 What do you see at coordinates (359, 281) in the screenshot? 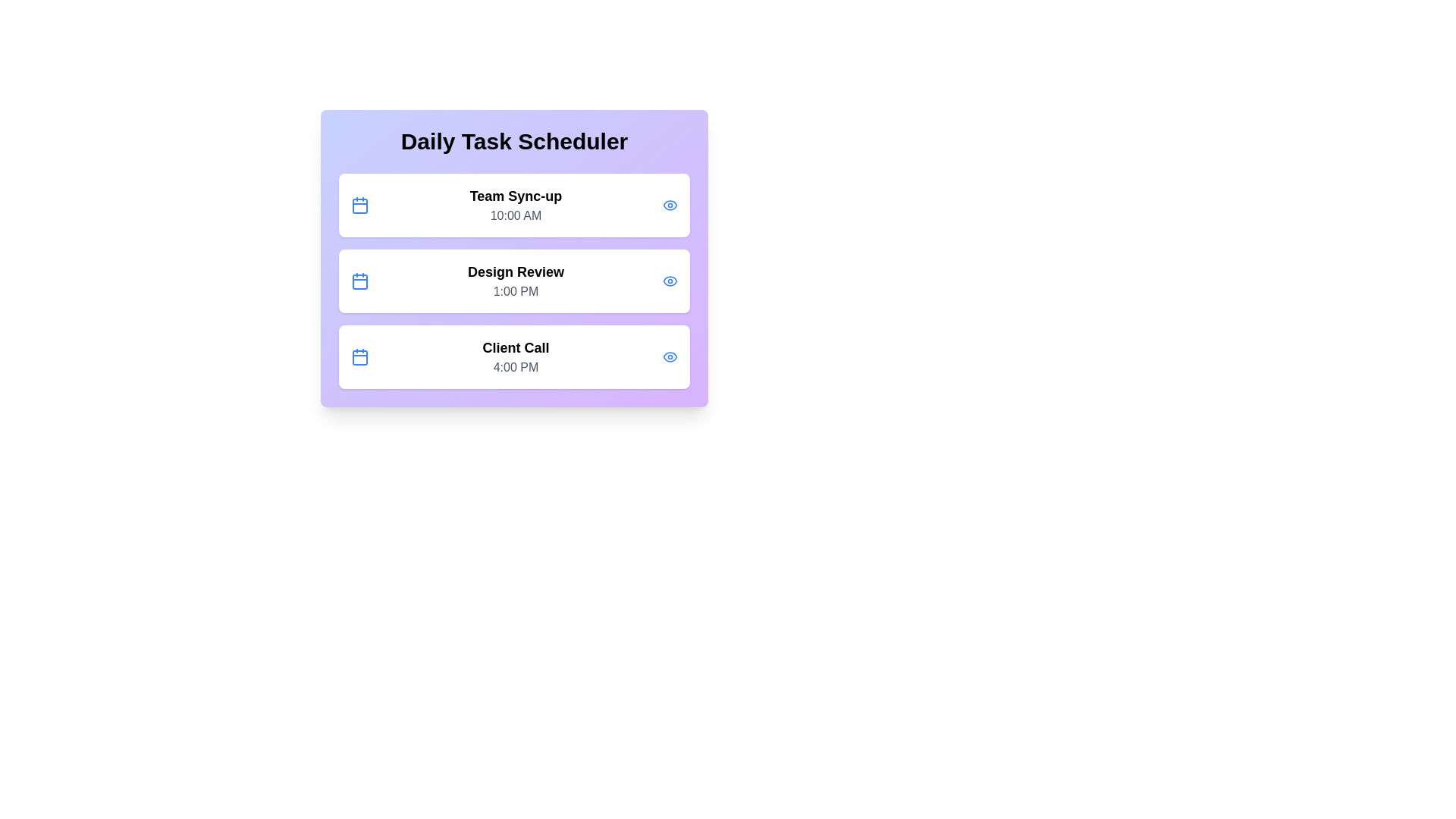
I see `the calendar icon for the task Design Review` at bounding box center [359, 281].